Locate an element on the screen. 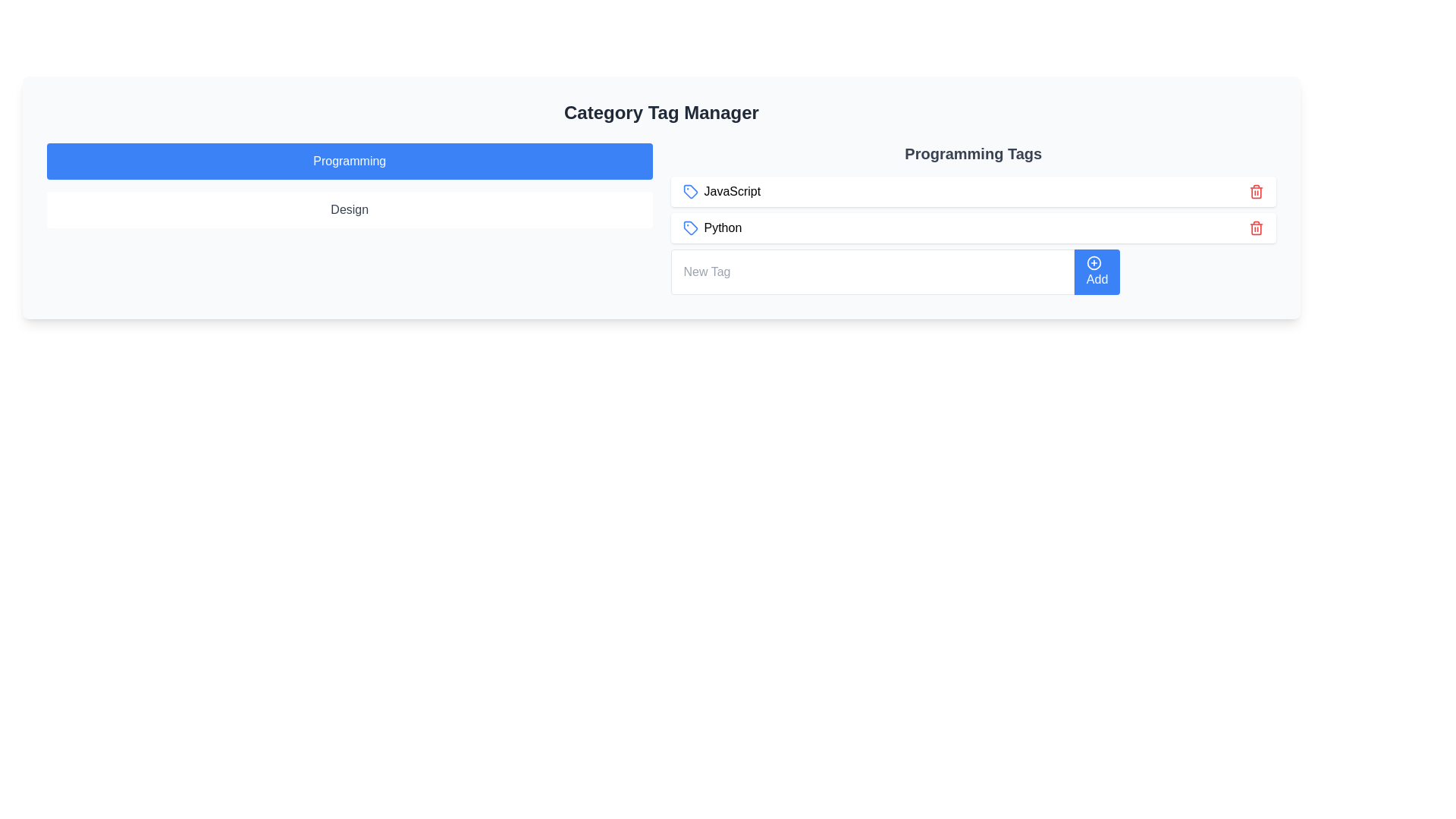 This screenshot has height=819, width=1456. the red trash bin icon button located at the far right side of the row containing the text 'JavaScript' is located at coordinates (1256, 191).